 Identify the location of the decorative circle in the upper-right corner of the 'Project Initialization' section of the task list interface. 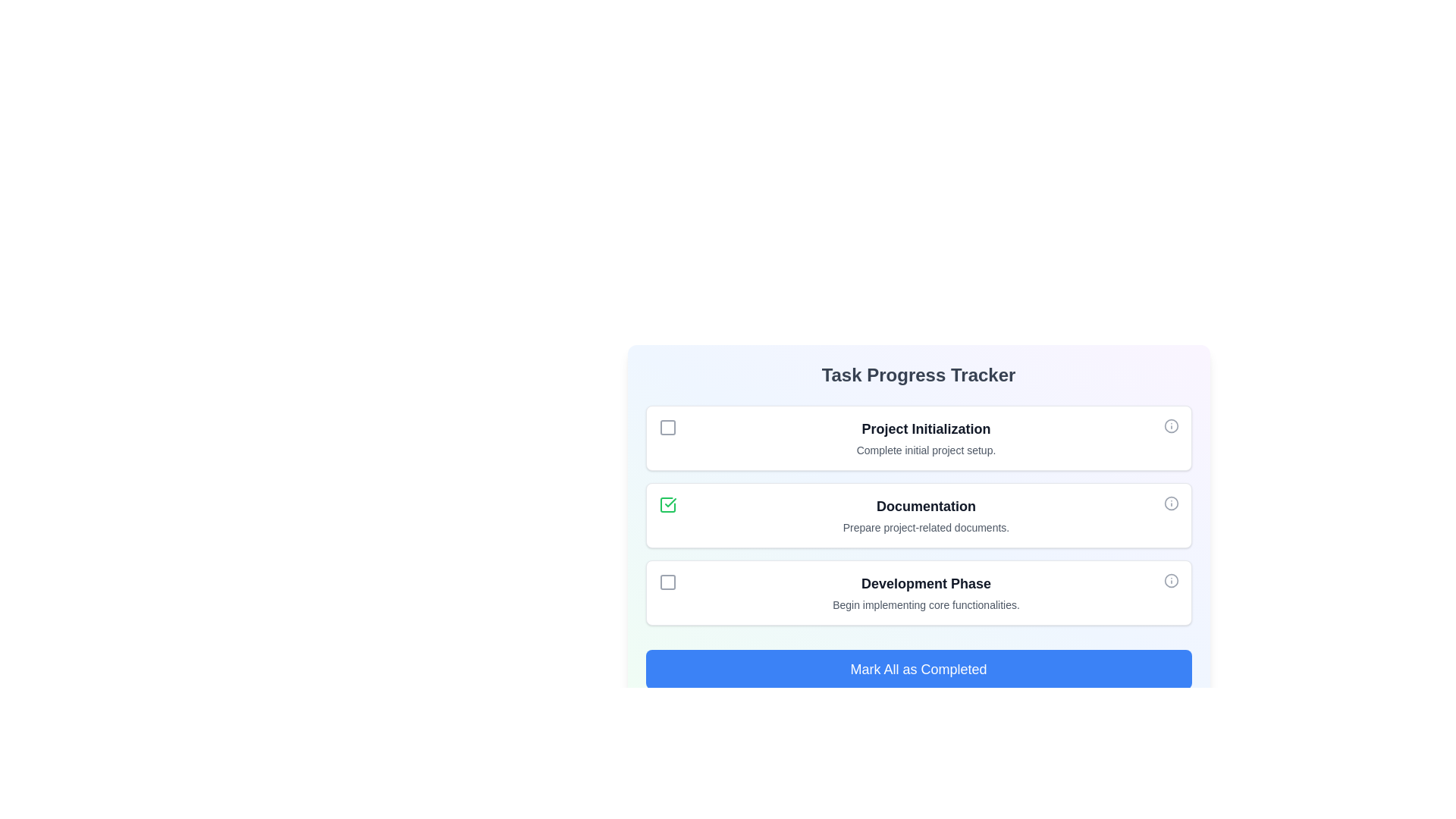
(1170, 426).